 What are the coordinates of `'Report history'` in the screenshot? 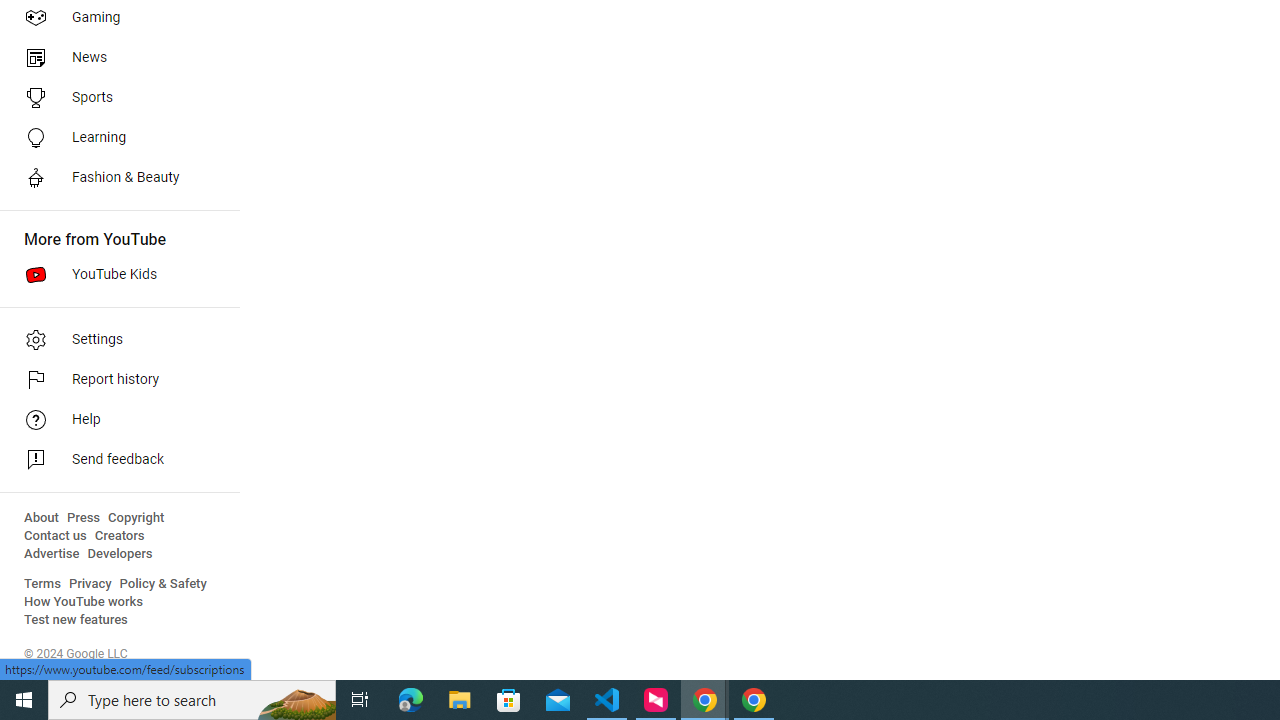 It's located at (112, 380).